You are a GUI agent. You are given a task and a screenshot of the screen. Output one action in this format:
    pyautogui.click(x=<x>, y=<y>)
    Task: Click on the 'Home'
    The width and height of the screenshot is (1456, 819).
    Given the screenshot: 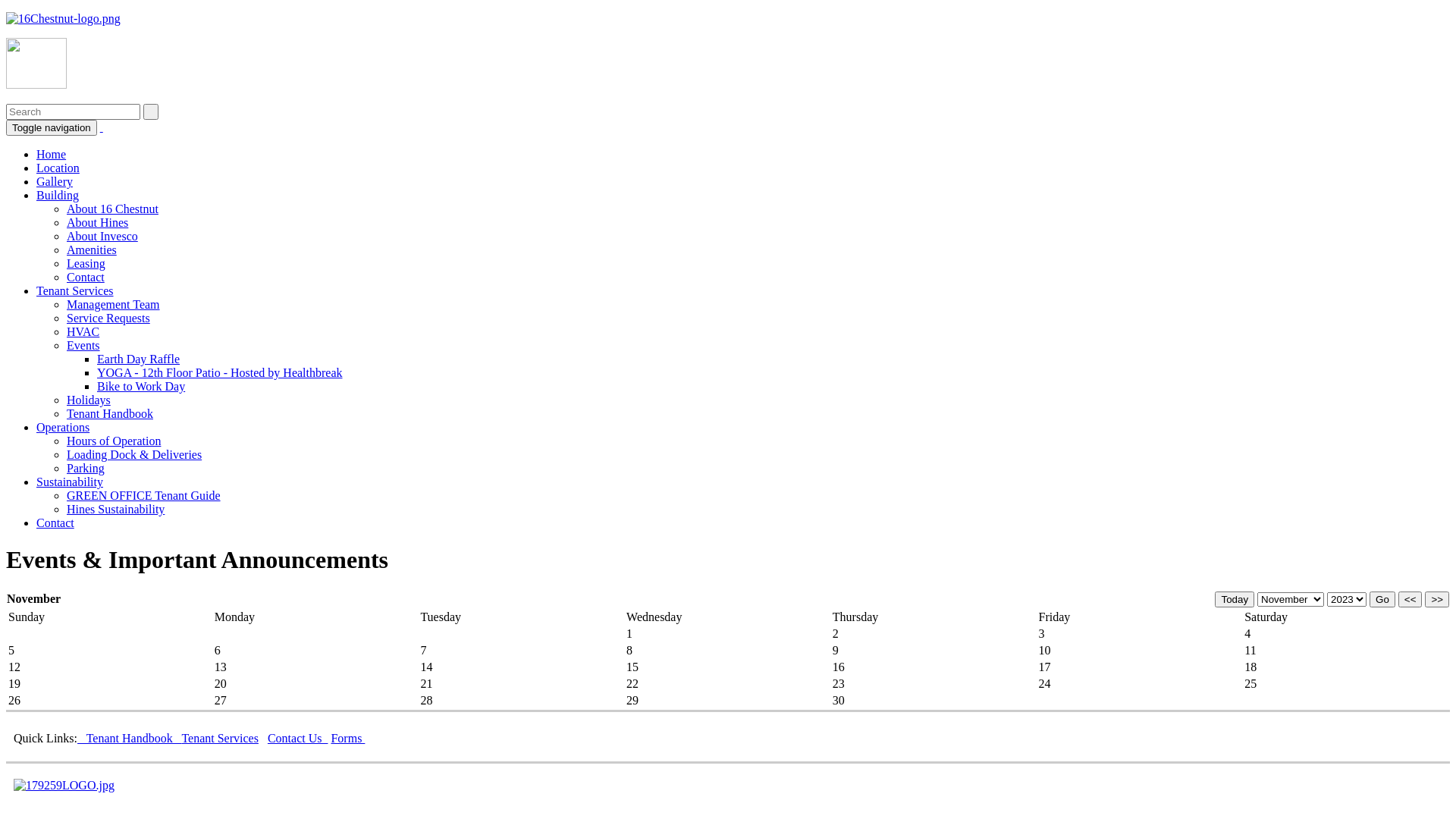 What is the action you would take?
    pyautogui.click(x=51, y=154)
    